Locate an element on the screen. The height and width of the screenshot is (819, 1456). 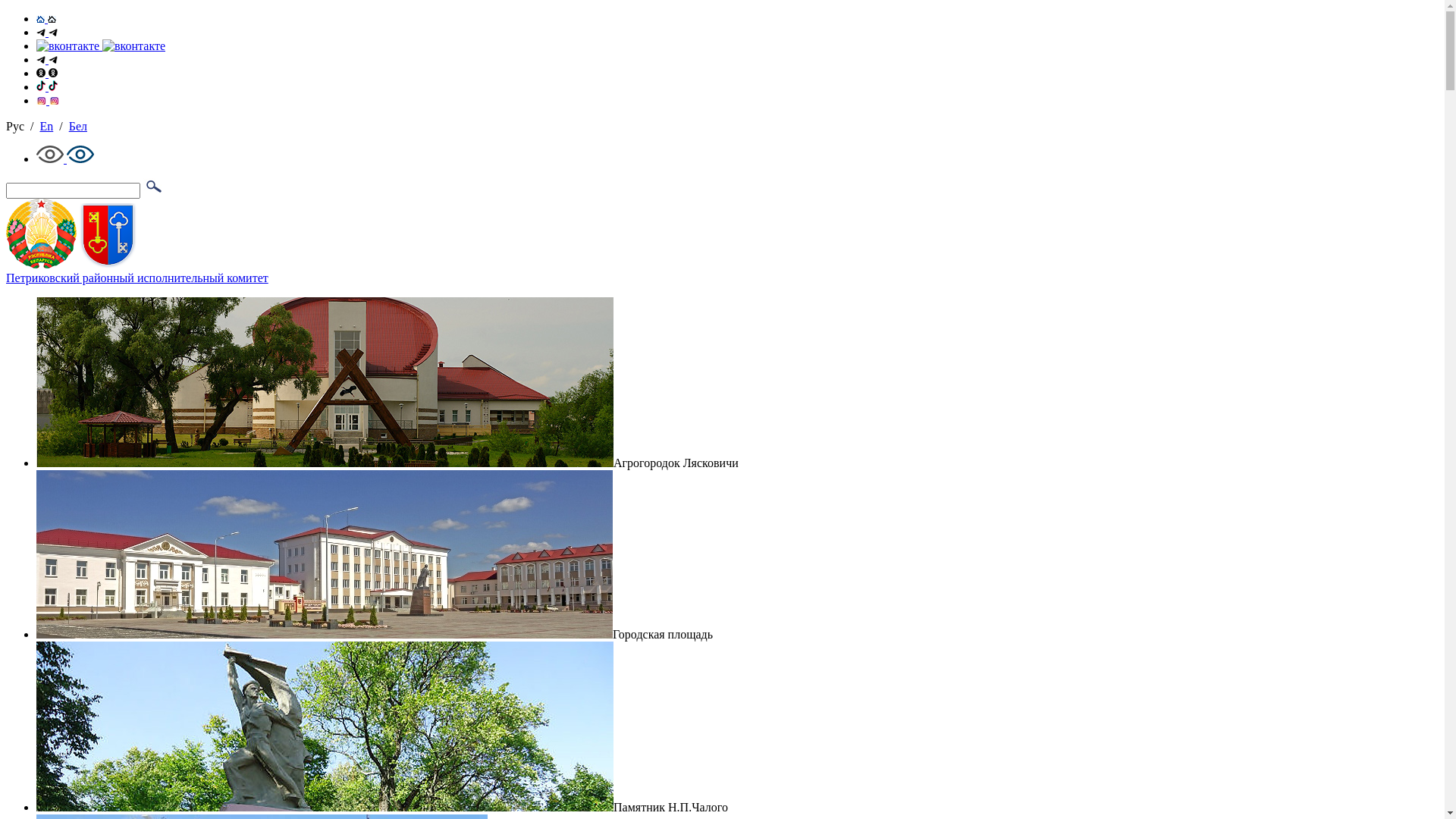
'Telegram' is located at coordinates (47, 58).